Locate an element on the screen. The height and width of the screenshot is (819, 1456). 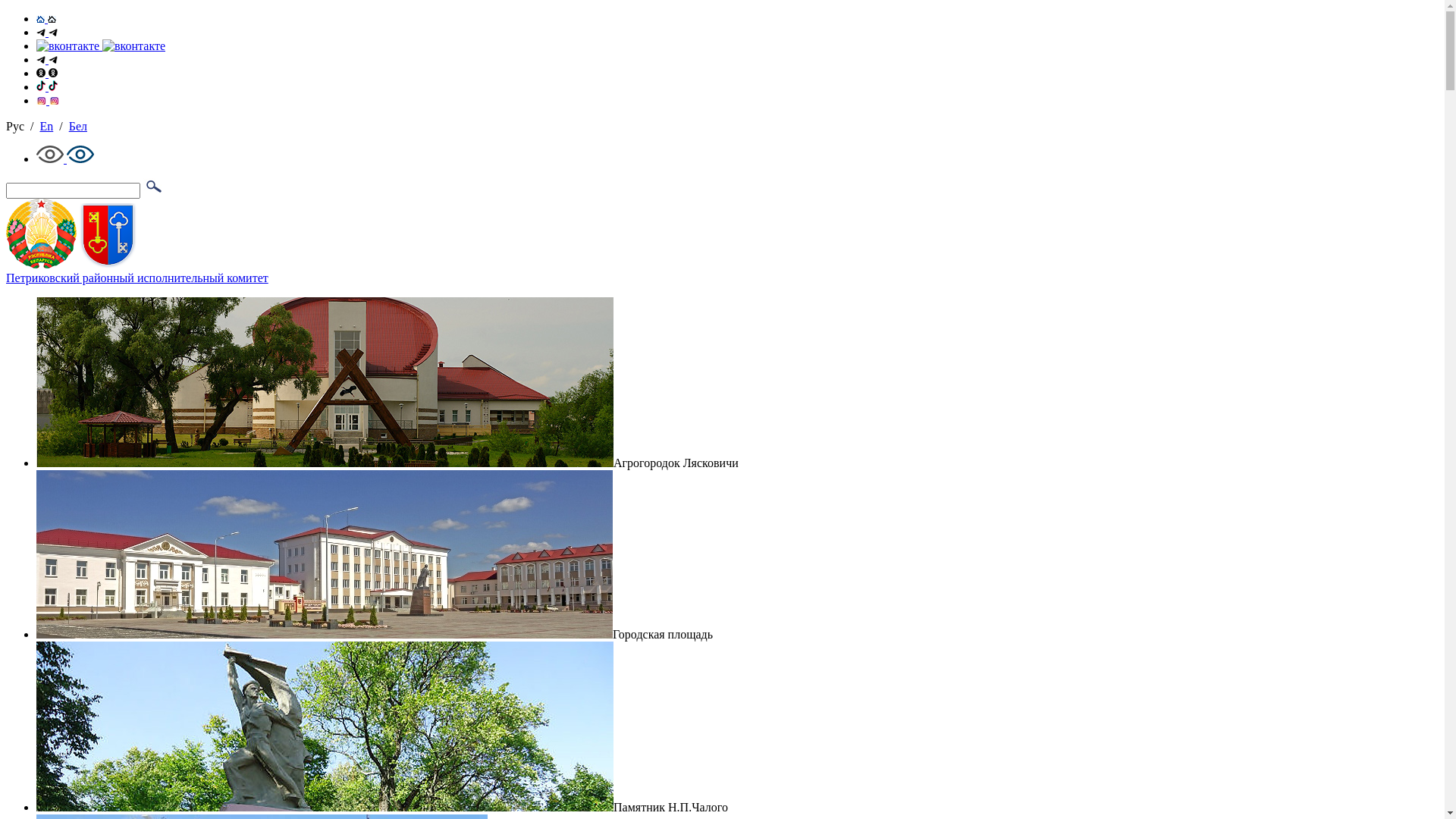
'Telegram' is located at coordinates (47, 58).